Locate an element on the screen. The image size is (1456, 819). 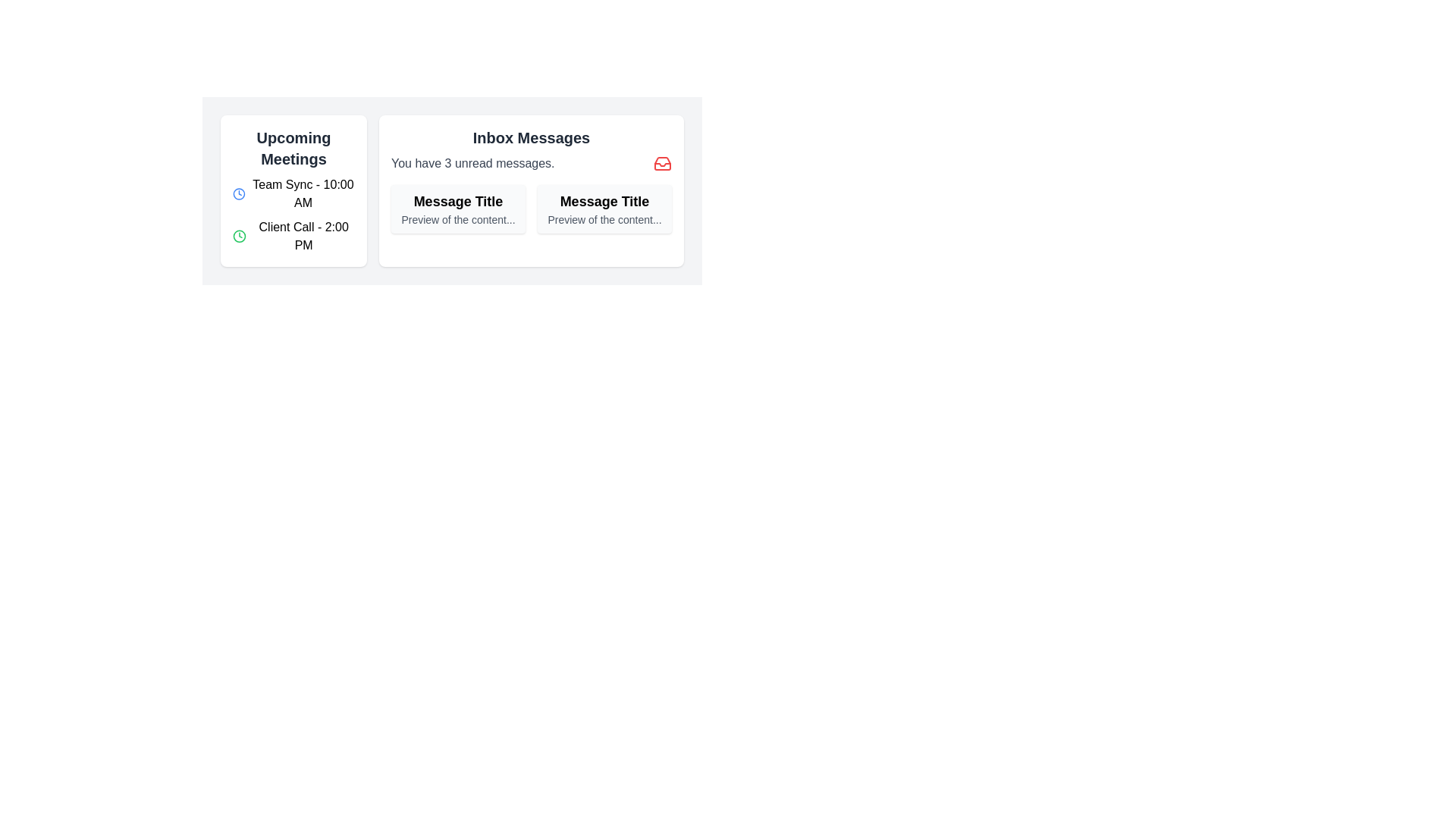
the text-label element that displays 'You have 3 unread messages.' in the Inbox Messages section to read the notification text is located at coordinates (531, 164).